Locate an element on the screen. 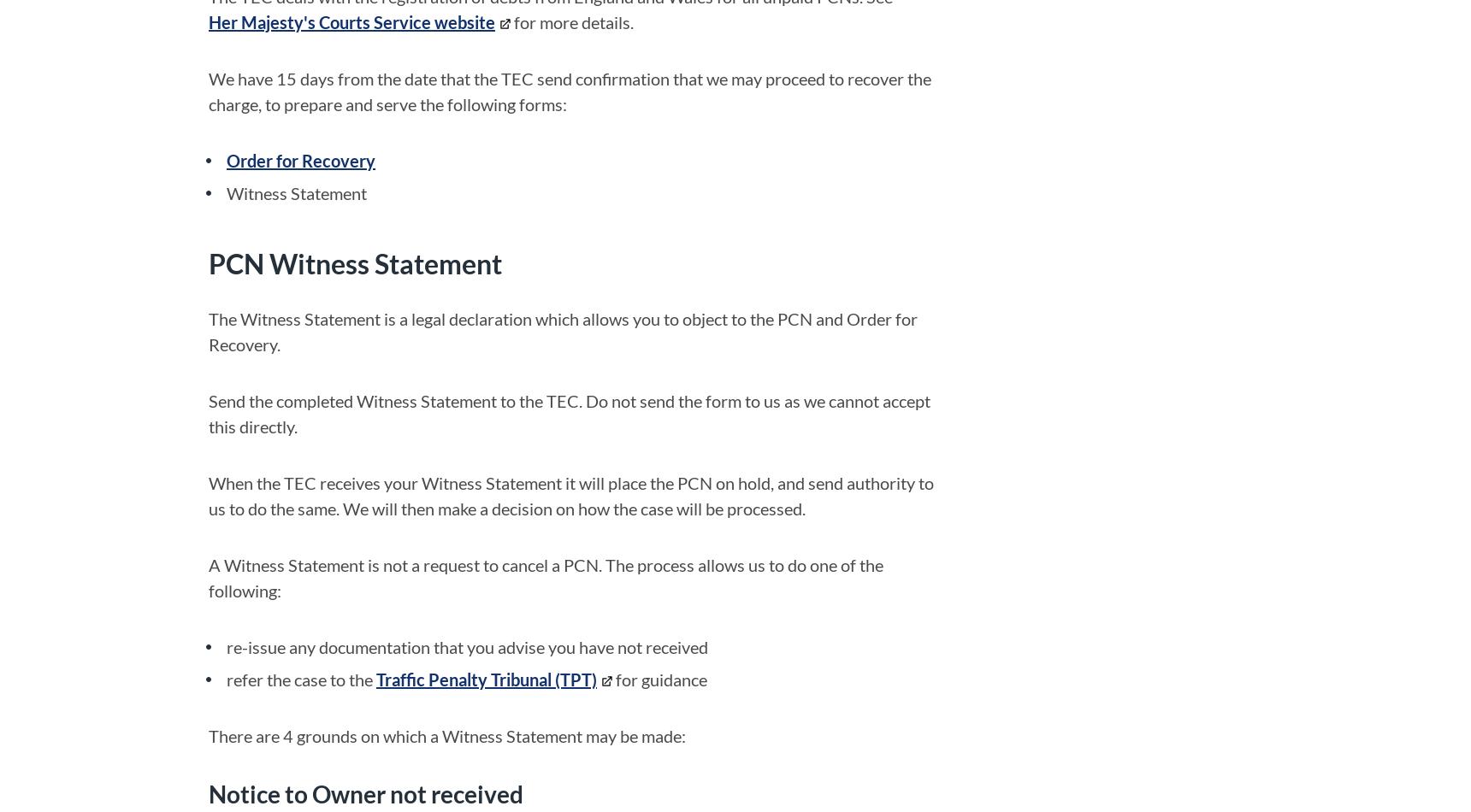 This screenshot has width=1471, height=812. 'Notice to Owner not received' is located at coordinates (365, 791).